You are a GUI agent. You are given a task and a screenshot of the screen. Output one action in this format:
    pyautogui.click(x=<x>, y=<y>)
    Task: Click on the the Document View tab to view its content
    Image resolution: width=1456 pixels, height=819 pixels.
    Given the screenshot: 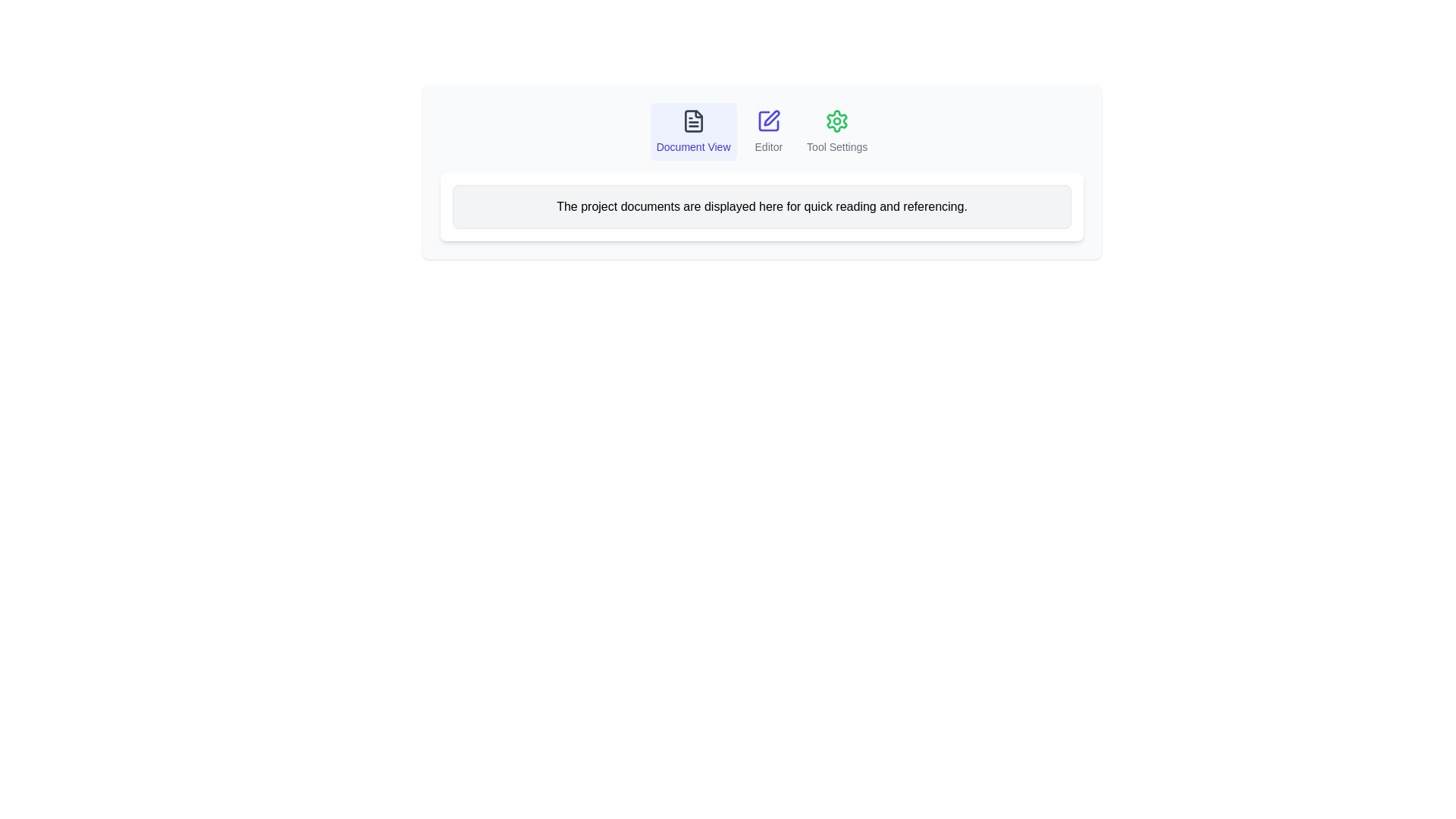 What is the action you would take?
    pyautogui.click(x=692, y=130)
    